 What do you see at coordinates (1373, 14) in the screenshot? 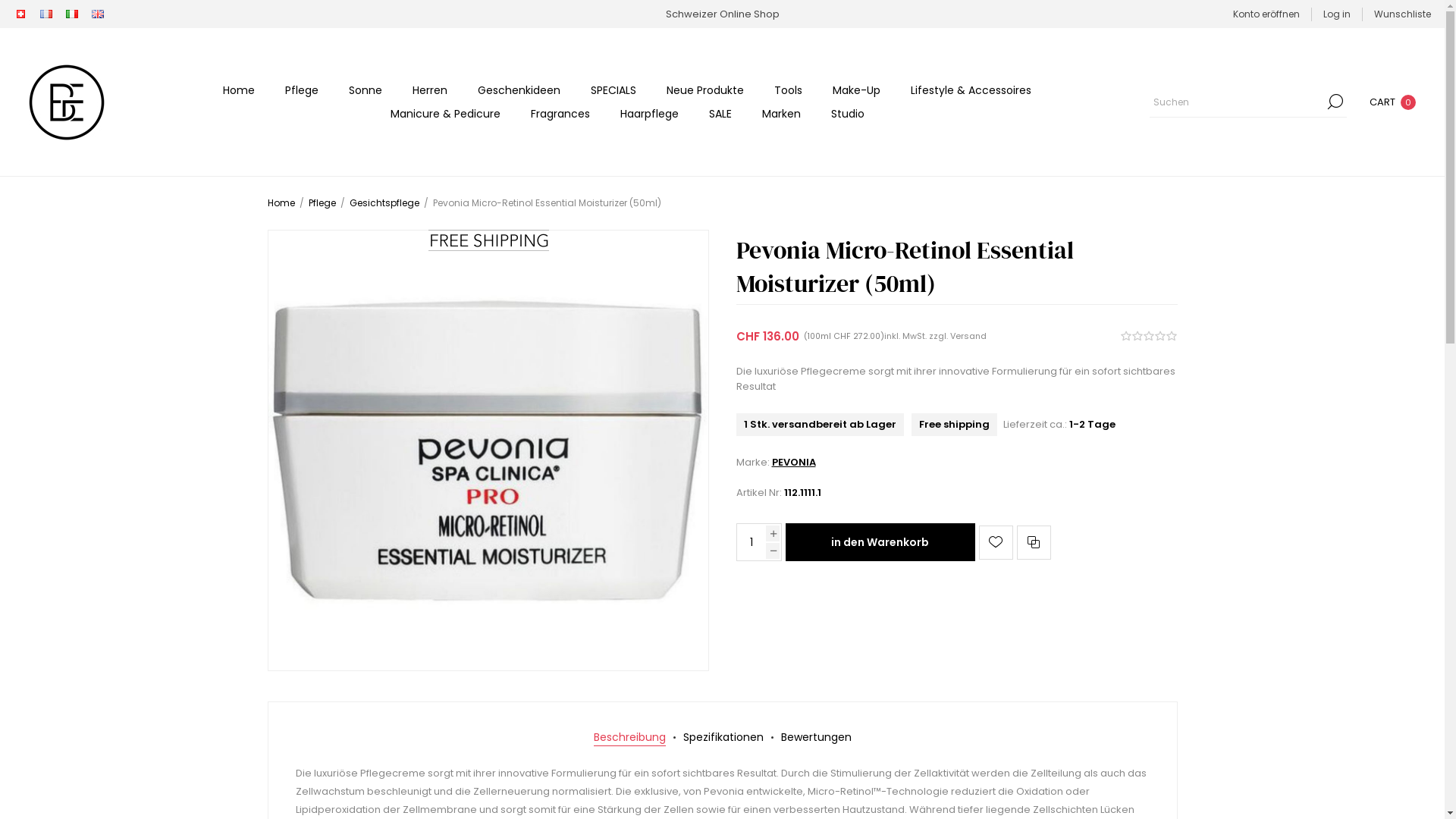
I see `'Wunschliste'` at bounding box center [1373, 14].